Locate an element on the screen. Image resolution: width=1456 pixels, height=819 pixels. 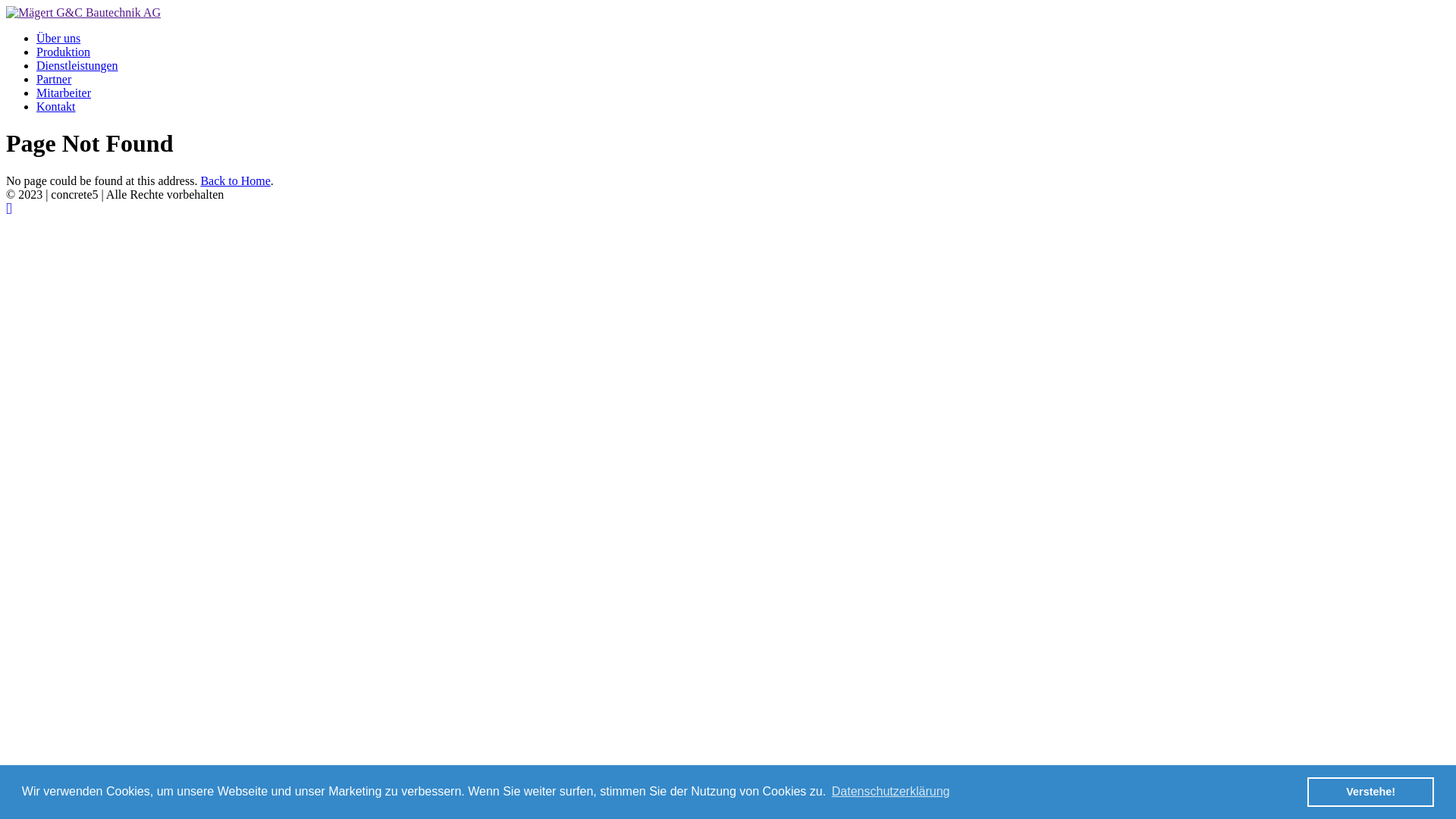
'Back to Home' is located at coordinates (234, 180).